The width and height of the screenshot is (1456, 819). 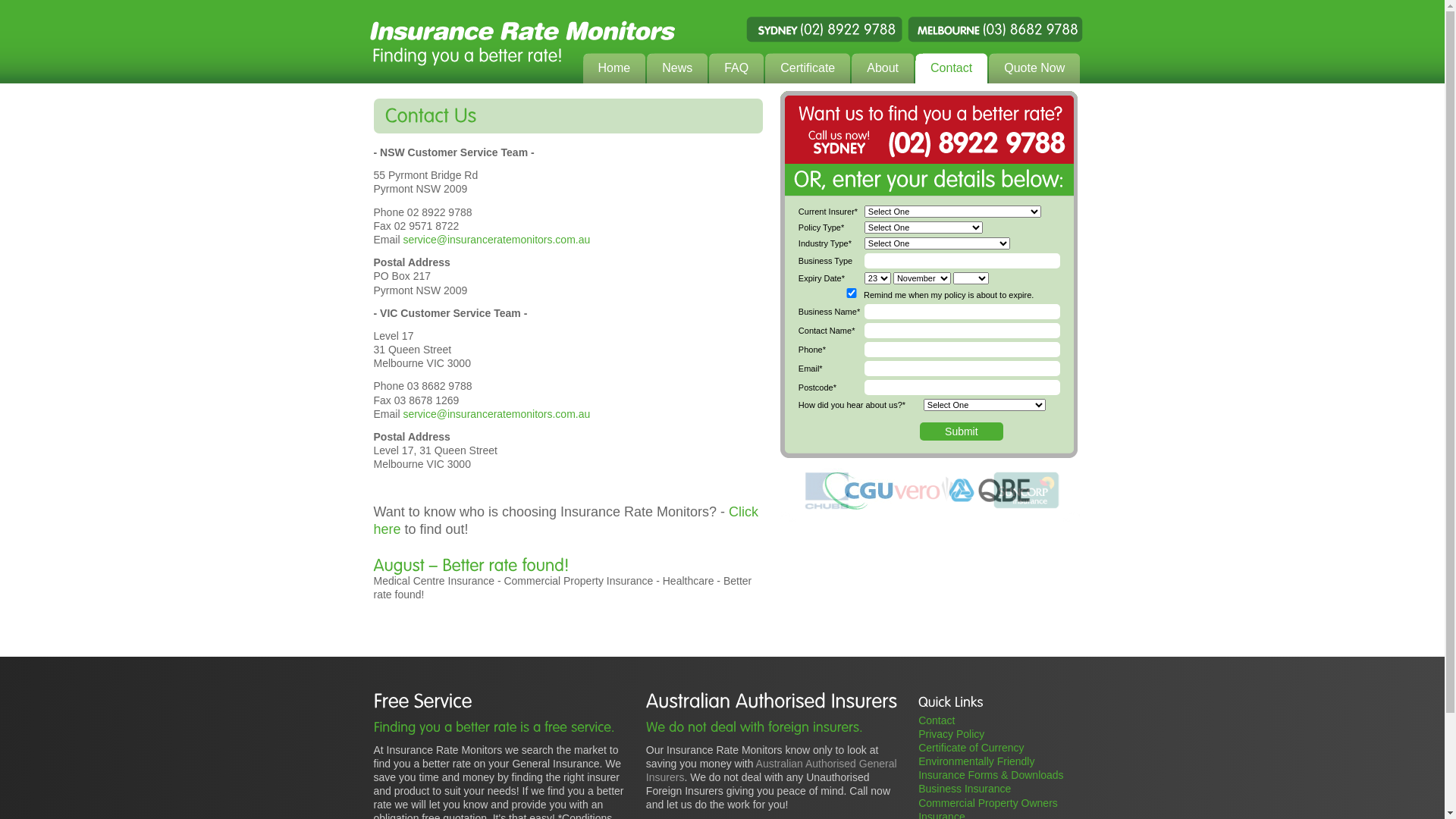 I want to click on 'service@insuranceratemonitors.com.au', so click(x=496, y=239).